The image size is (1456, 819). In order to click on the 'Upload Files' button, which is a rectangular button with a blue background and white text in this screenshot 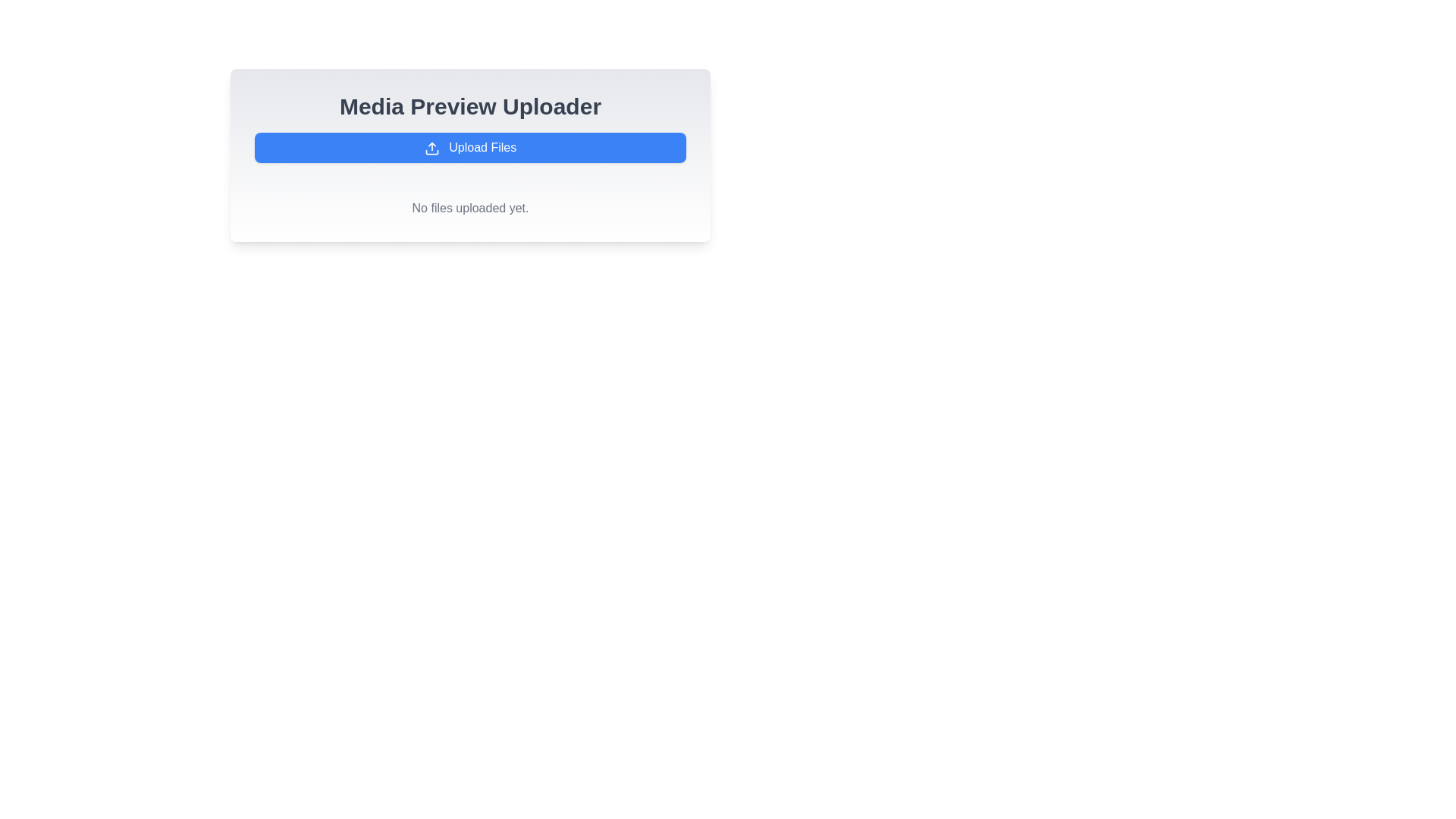, I will do `click(469, 148)`.